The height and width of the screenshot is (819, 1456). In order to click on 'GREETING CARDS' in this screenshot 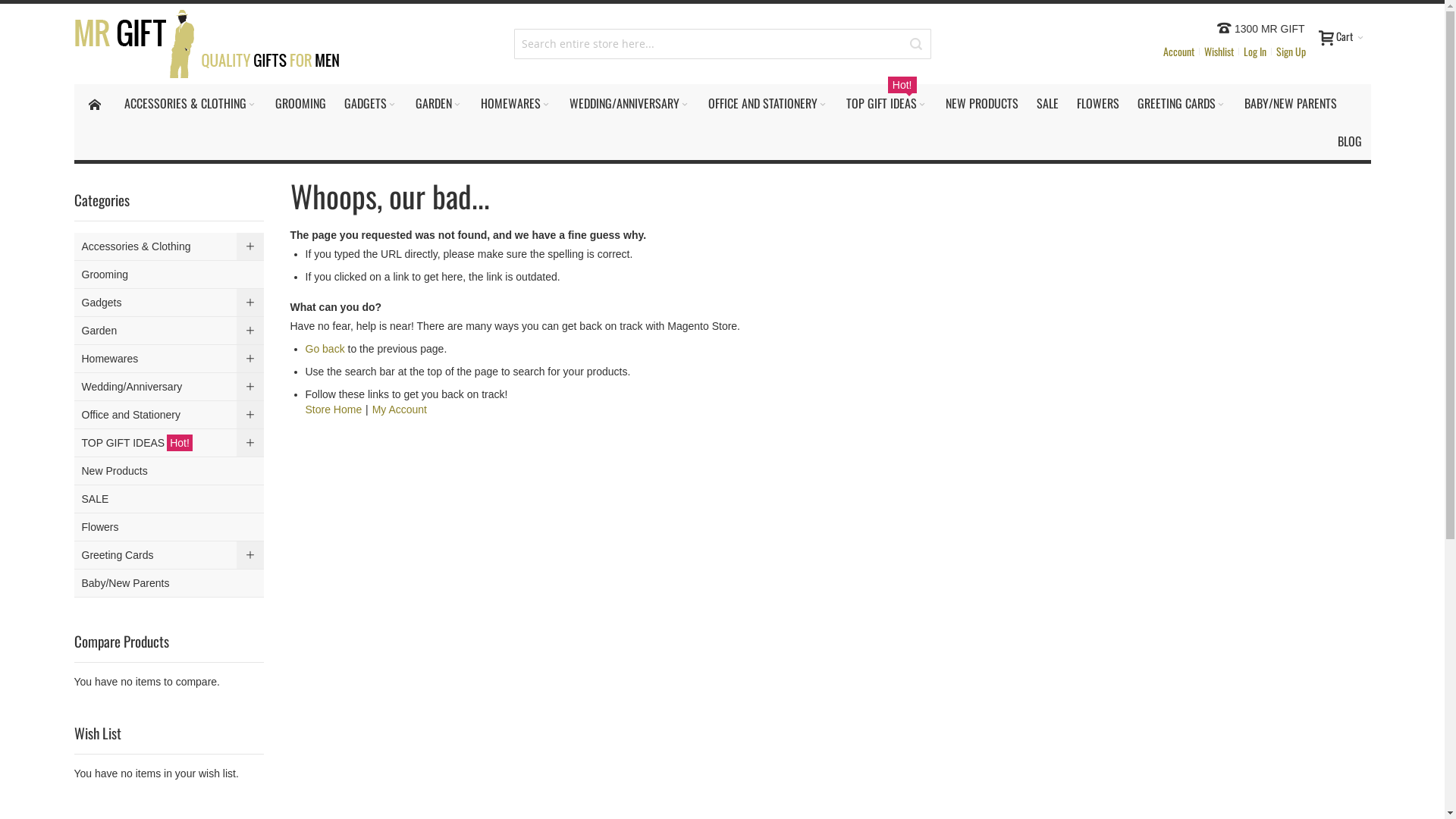, I will do `click(1128, 102)`.